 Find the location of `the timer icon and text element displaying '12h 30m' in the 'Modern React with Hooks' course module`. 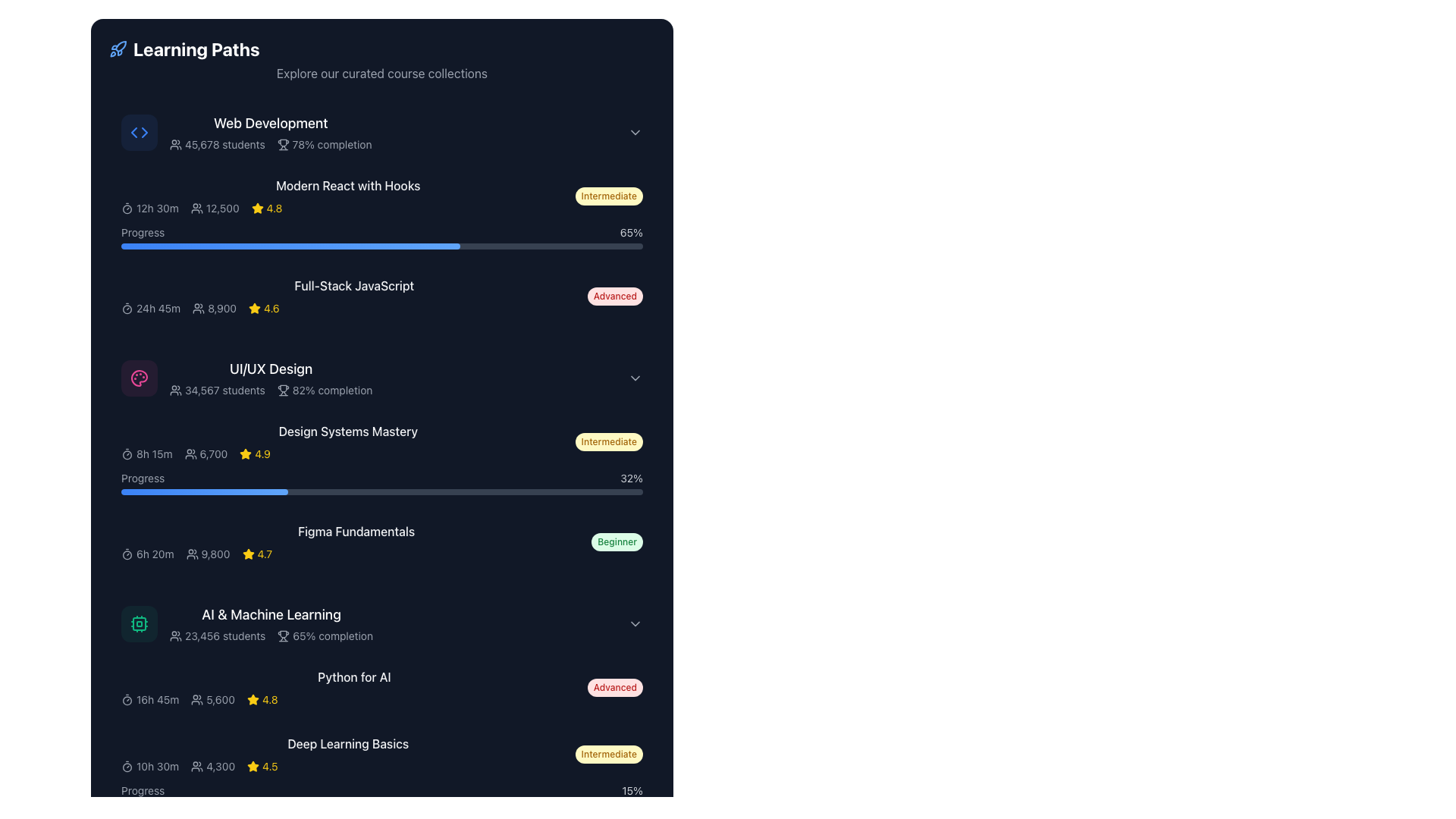

the timer icon and text element displaying '12h 30m' in the 'Modern React with Hooks' course module is located at coordinates (149, 208).